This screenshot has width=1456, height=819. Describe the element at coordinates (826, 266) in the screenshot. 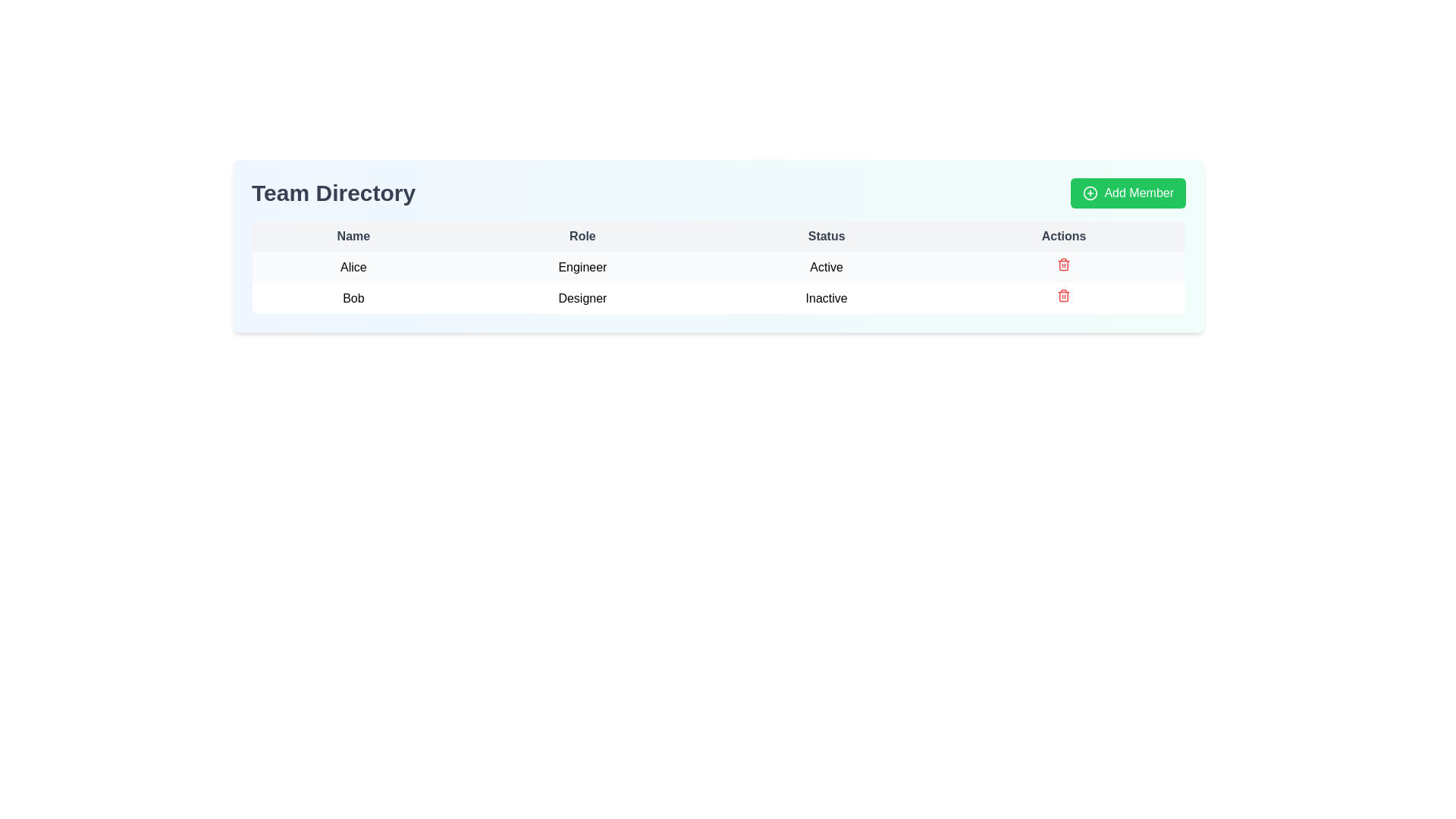

I see `the 'Active' text label located under the 'Status' column in the 'Team Directory' table` at that location.